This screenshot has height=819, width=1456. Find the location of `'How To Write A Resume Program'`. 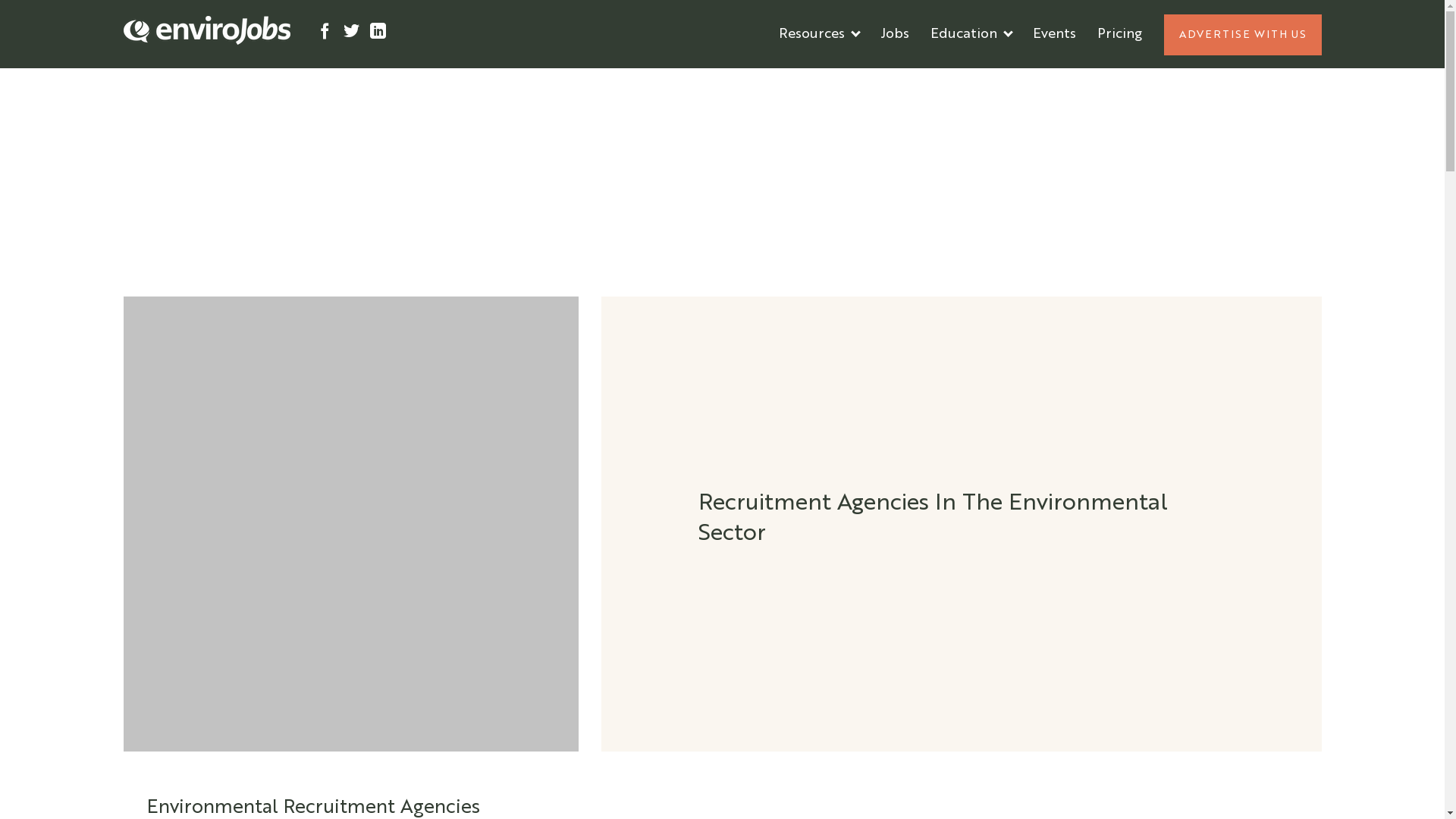

'How To Write A Resume Program' is located at coordinates (887, 80).